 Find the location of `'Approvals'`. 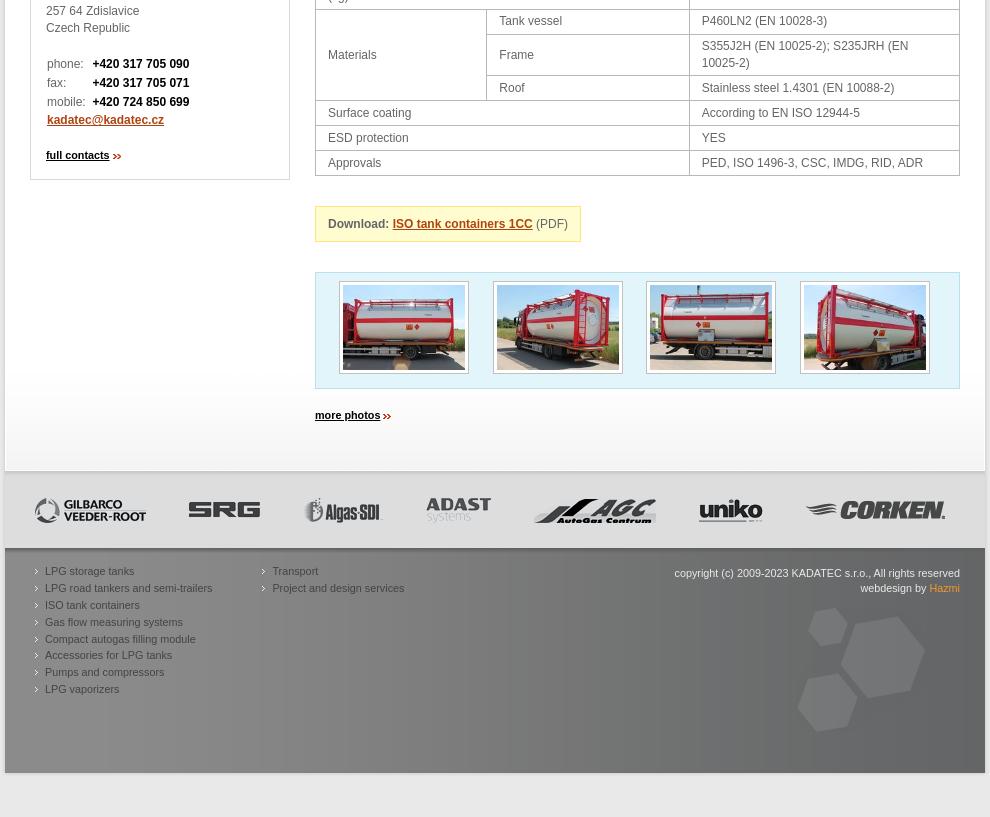

'Approvals' is located at coordinates (354, 162).